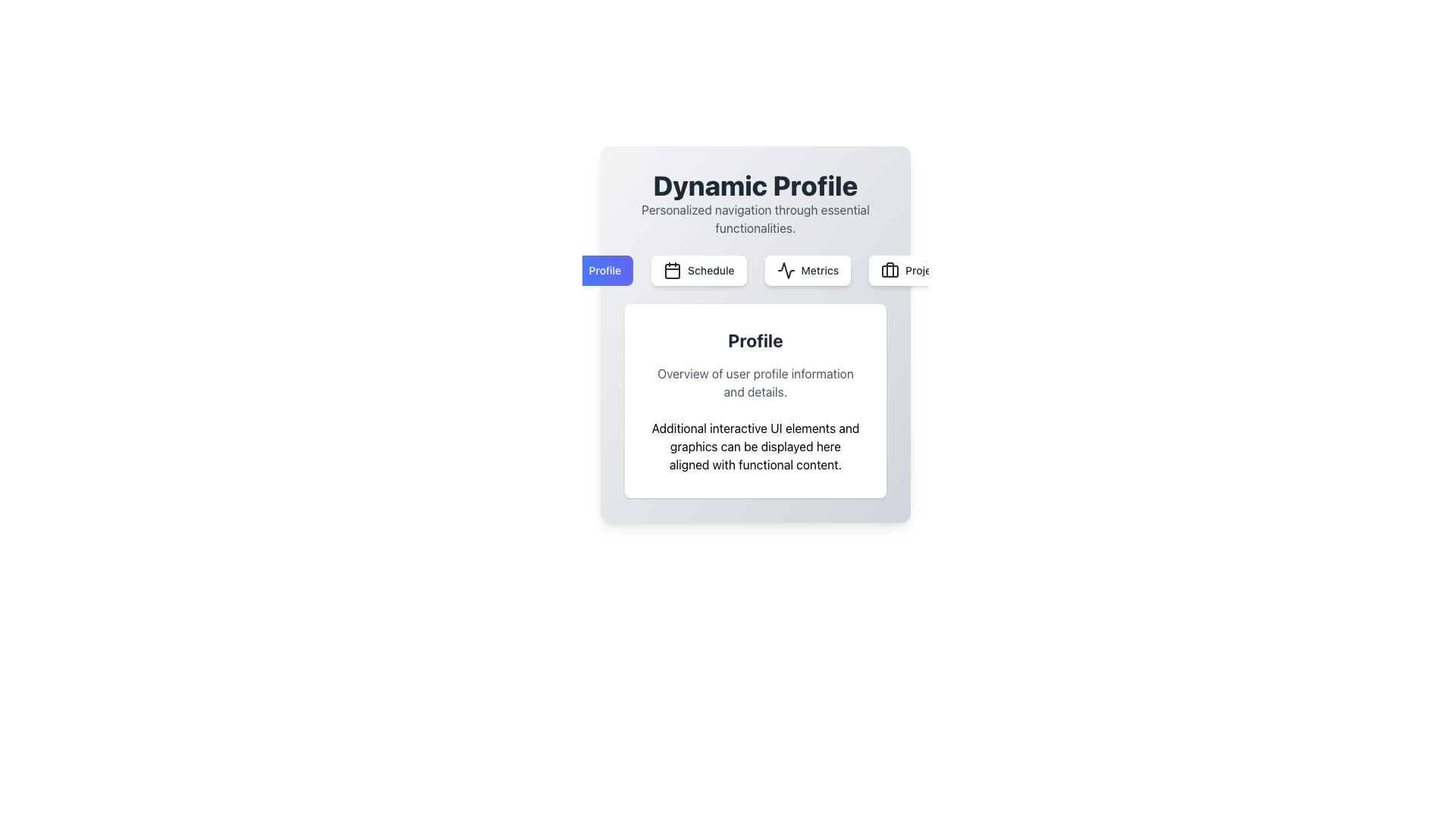 The width and height of the screenshot is (1456, 819). What do you see at coordinates (755, 219) in the screenshot?
I see `the static text element that reads 'Personalized navigation through essential functionalities.', located below the bold header 'Dynamic Profile.'` at bounding box center [755, 219].